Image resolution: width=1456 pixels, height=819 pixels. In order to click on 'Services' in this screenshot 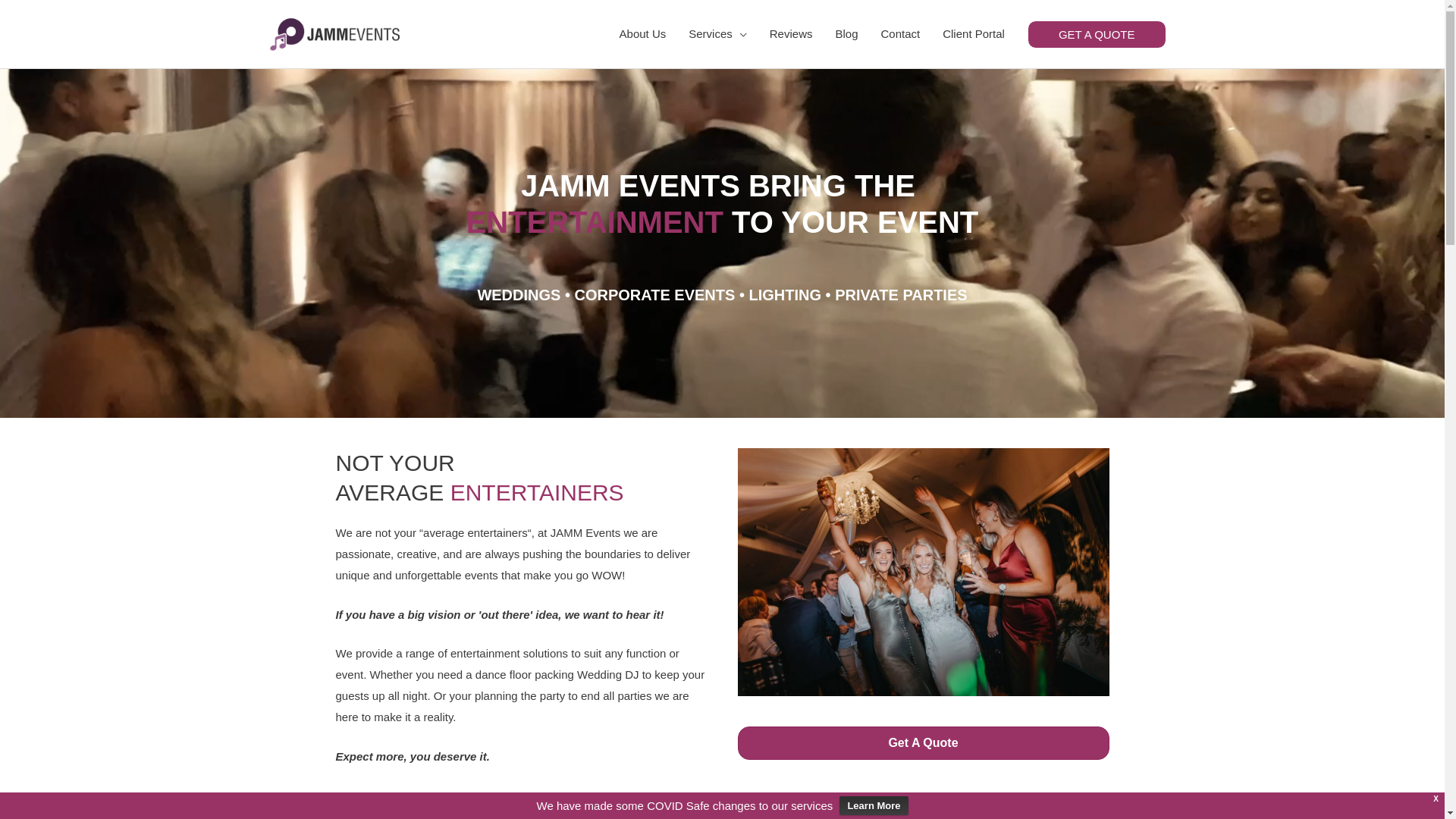, I will do `click(676, 34)`.